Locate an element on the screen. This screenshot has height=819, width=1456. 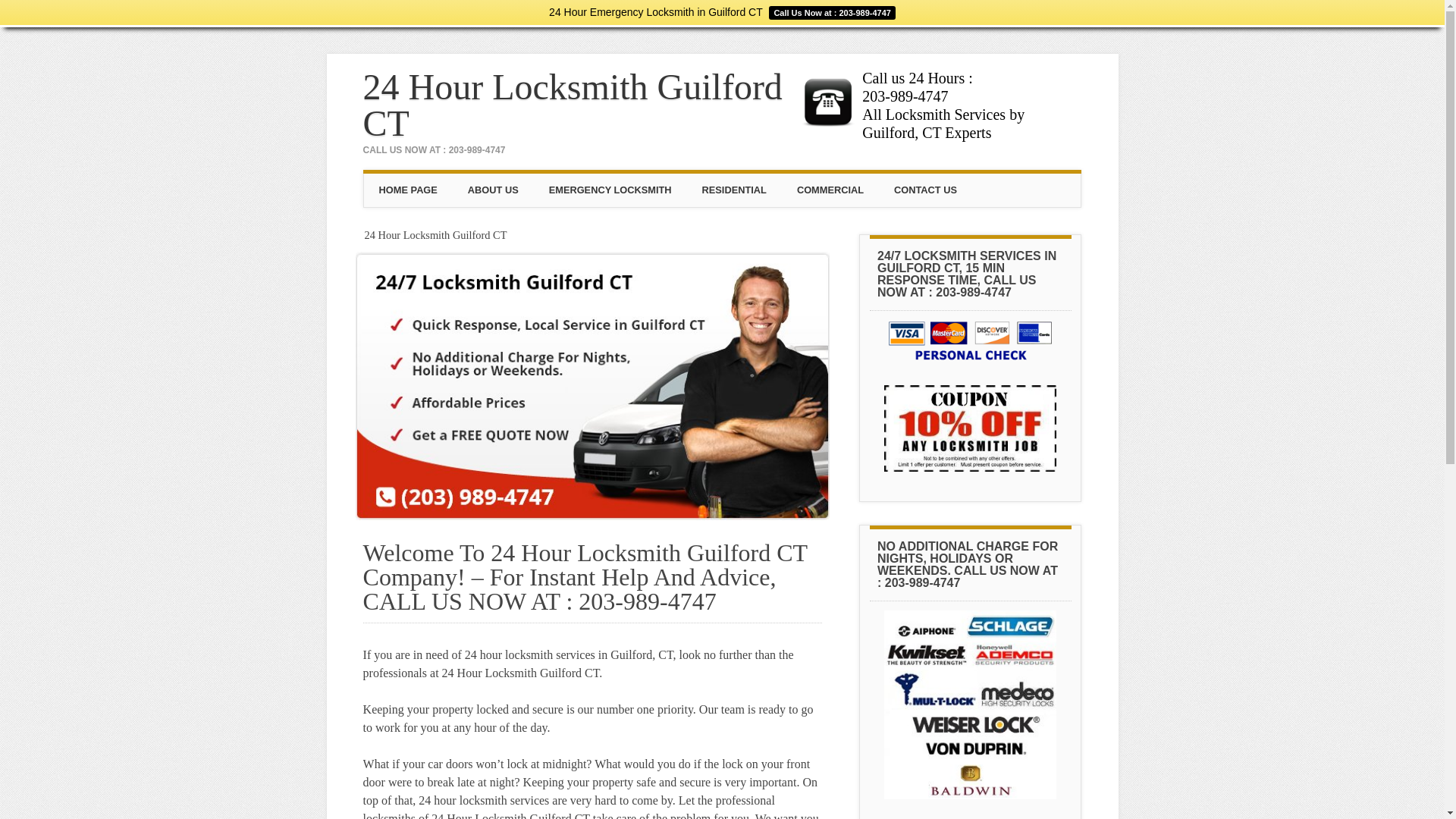
'HOME PAGE' is located at coordinates (408, 189).